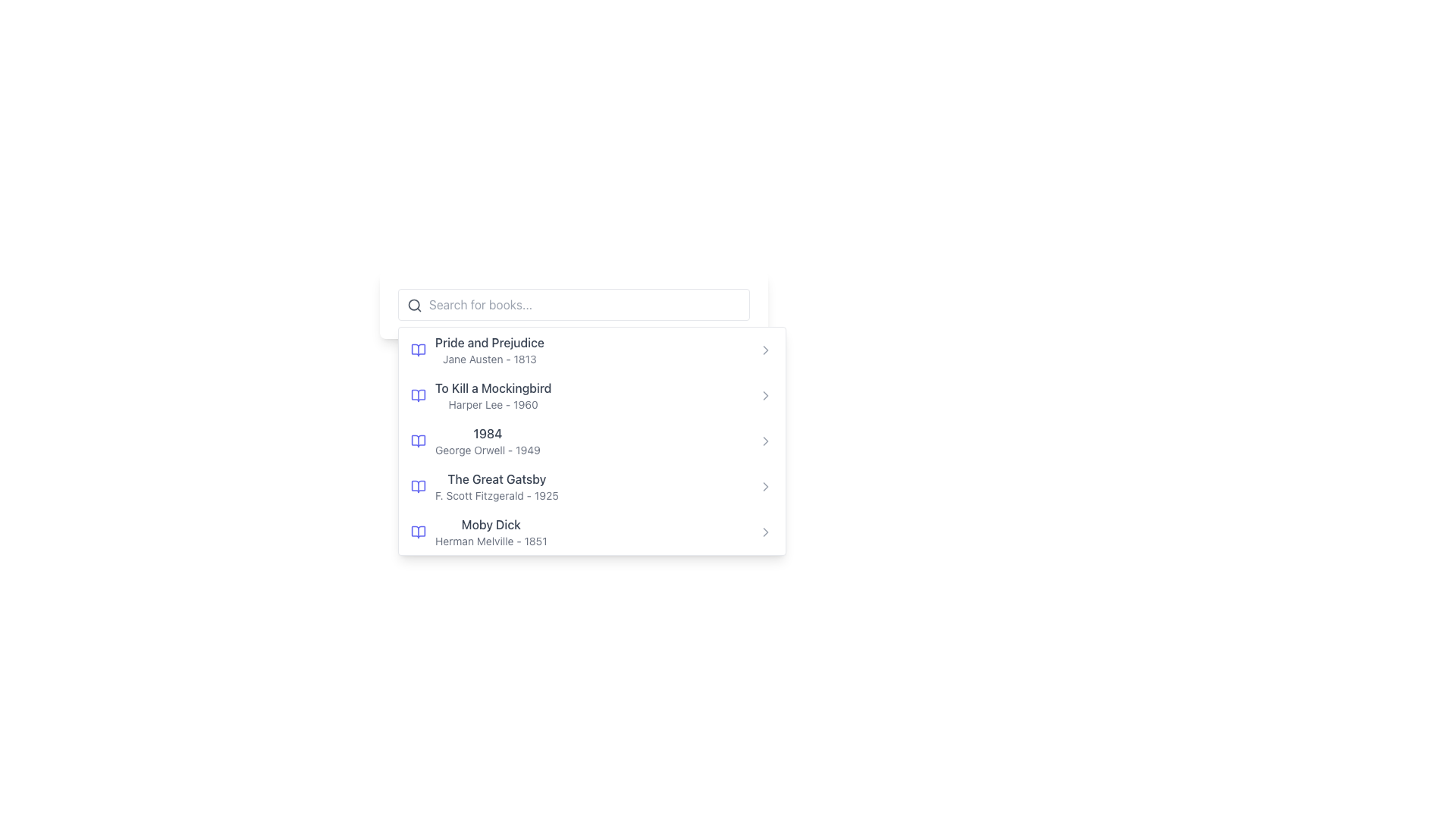  I want to click on the static text element displaying 'Herman Melville - 1851', which is located directly beneath the title 'Moby Dick' in a light gray, smaller font, so click(491, 540).